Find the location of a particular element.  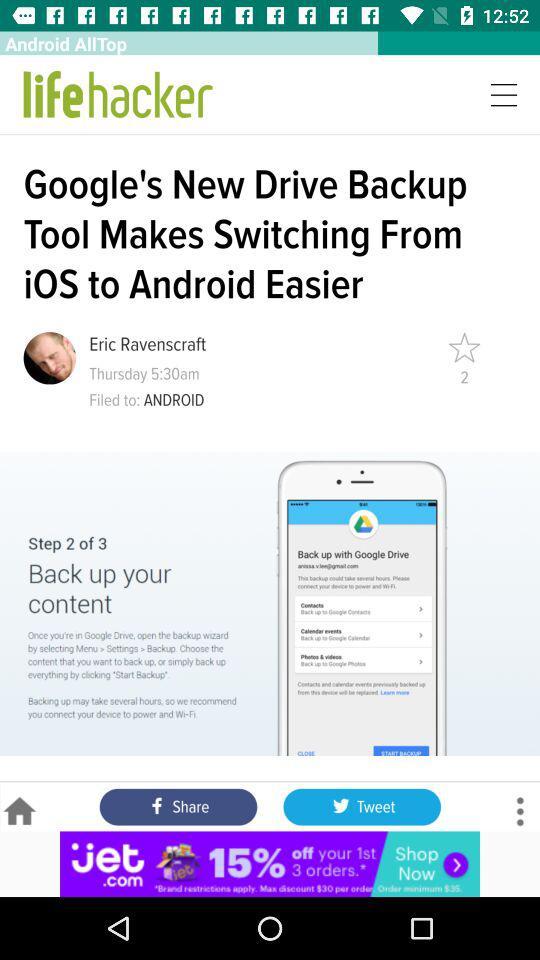

jet.com is located at coordinates (270, 863).